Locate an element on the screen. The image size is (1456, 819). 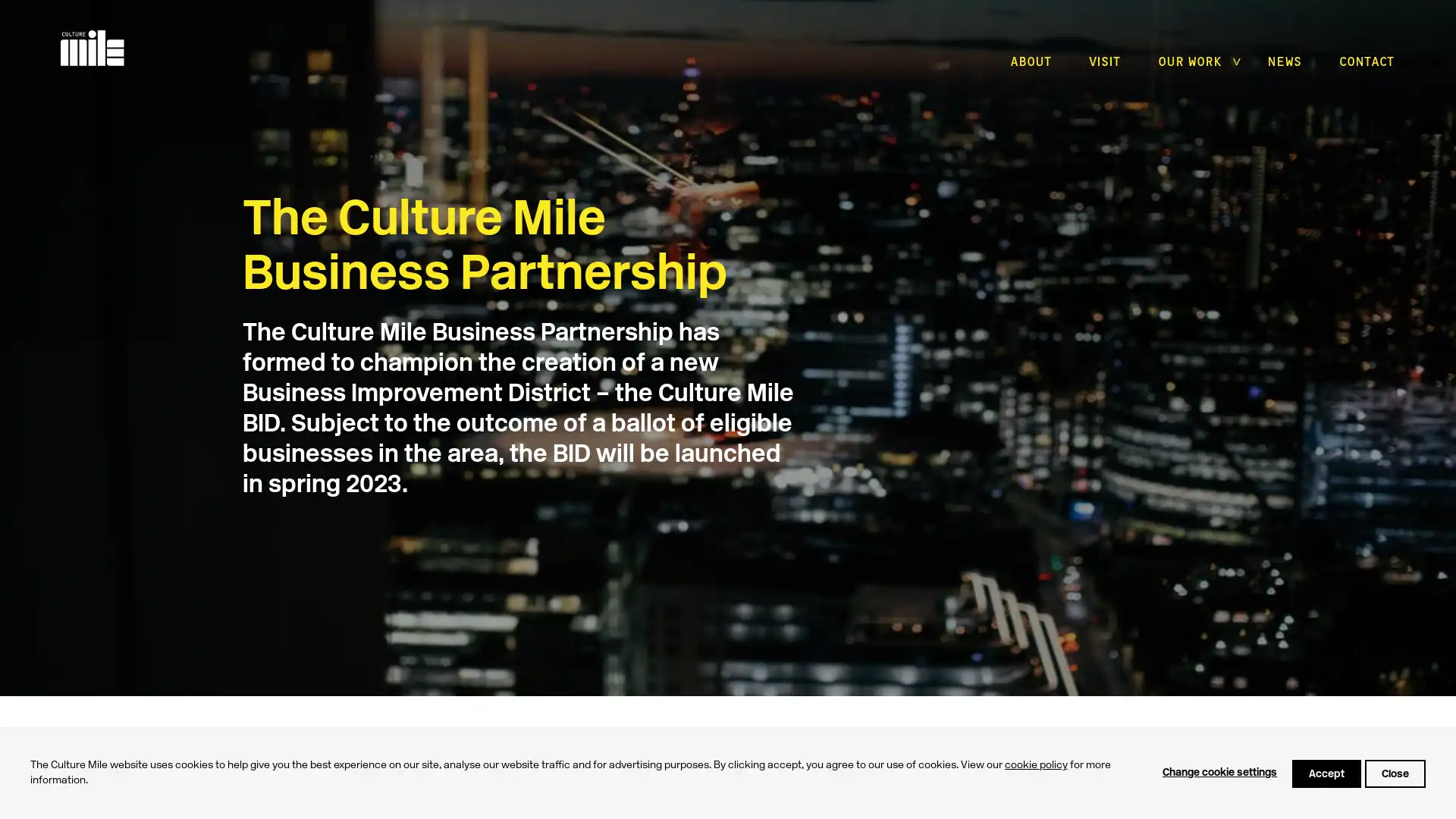
Close is located at coordinates (1395, 773).